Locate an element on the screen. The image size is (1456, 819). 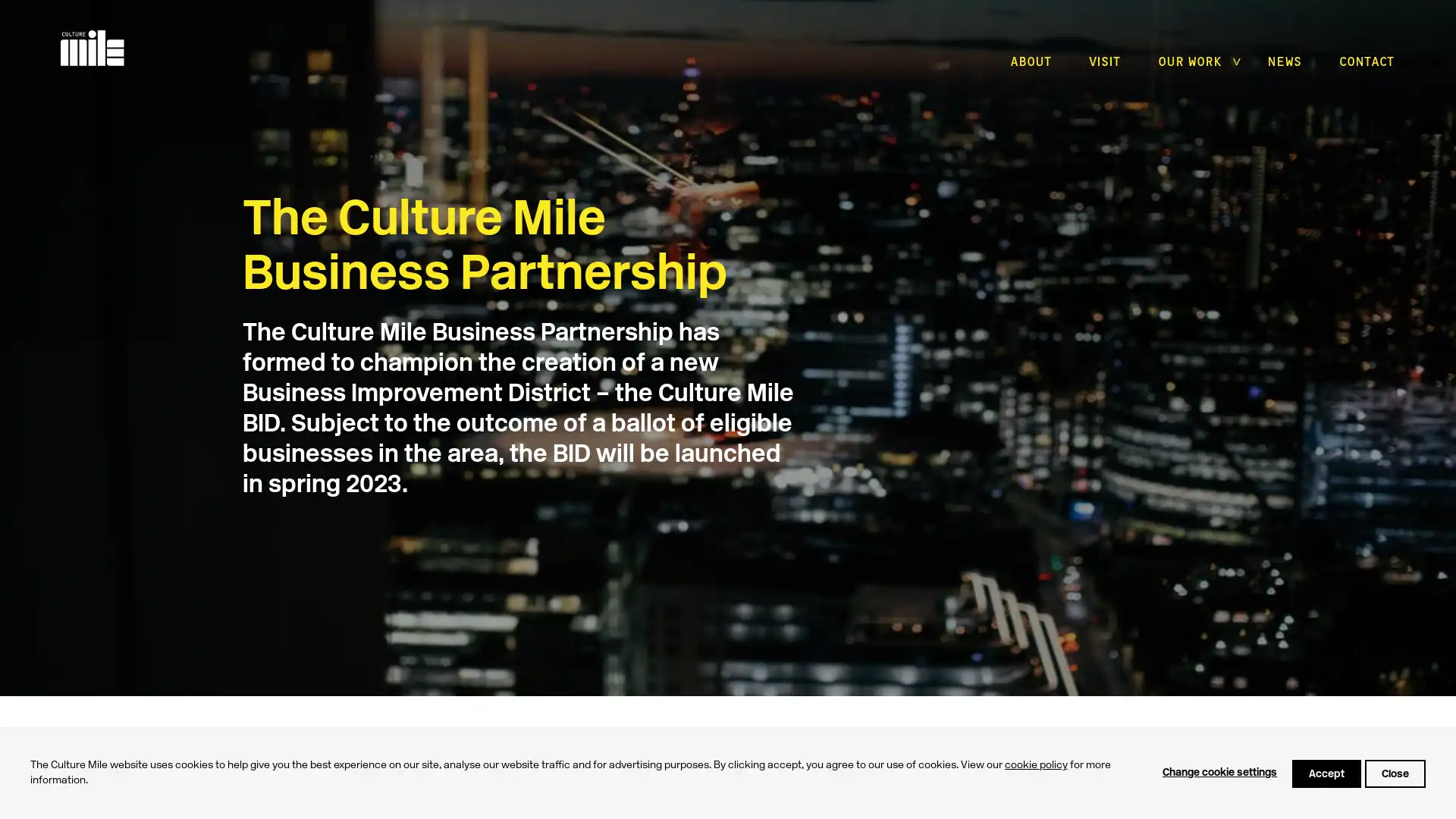
Close is located at coordinates (1395, 773).